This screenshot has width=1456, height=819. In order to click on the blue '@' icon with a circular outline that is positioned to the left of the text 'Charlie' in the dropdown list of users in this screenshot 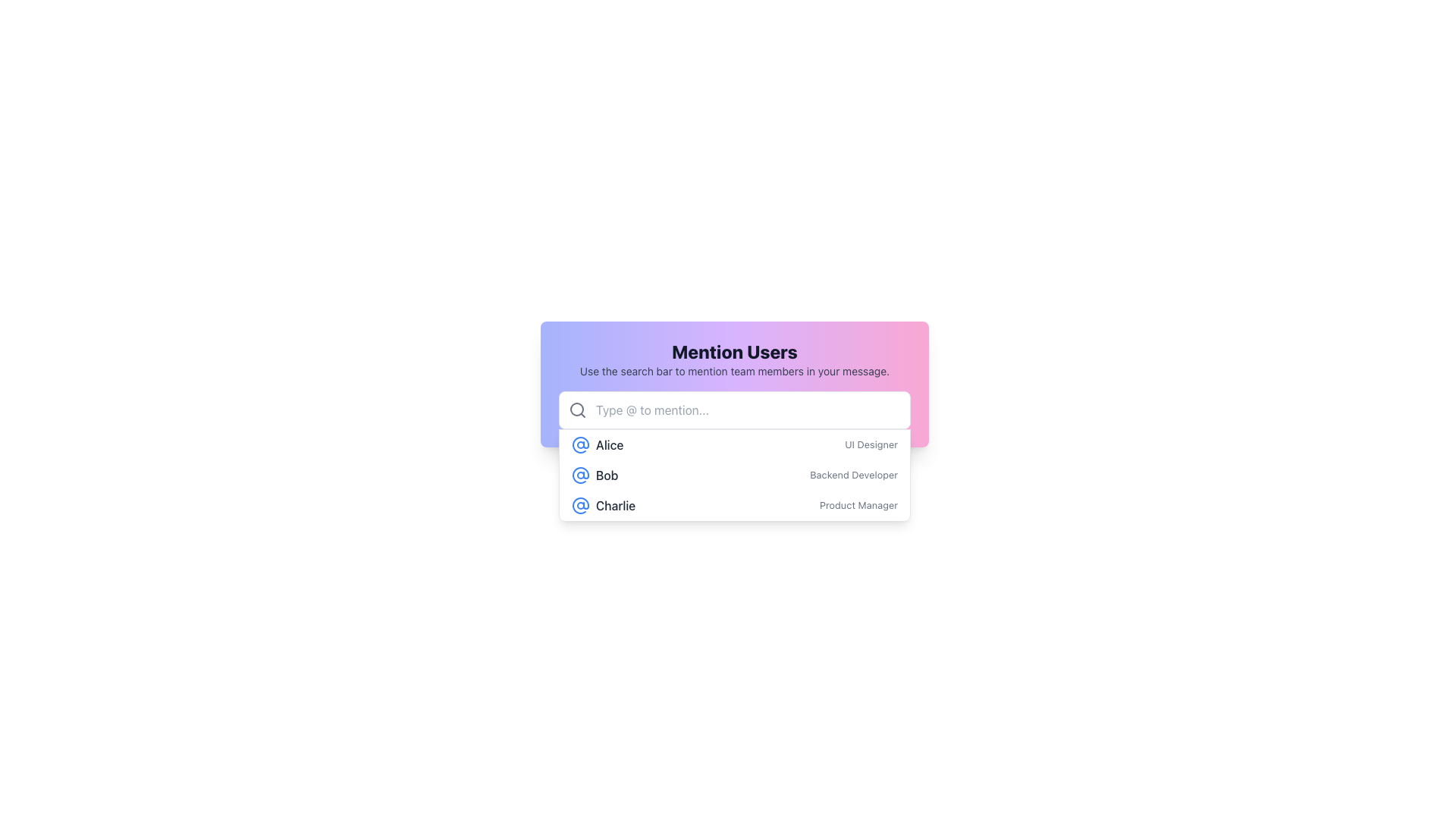, I will do `click(580, 506)`.